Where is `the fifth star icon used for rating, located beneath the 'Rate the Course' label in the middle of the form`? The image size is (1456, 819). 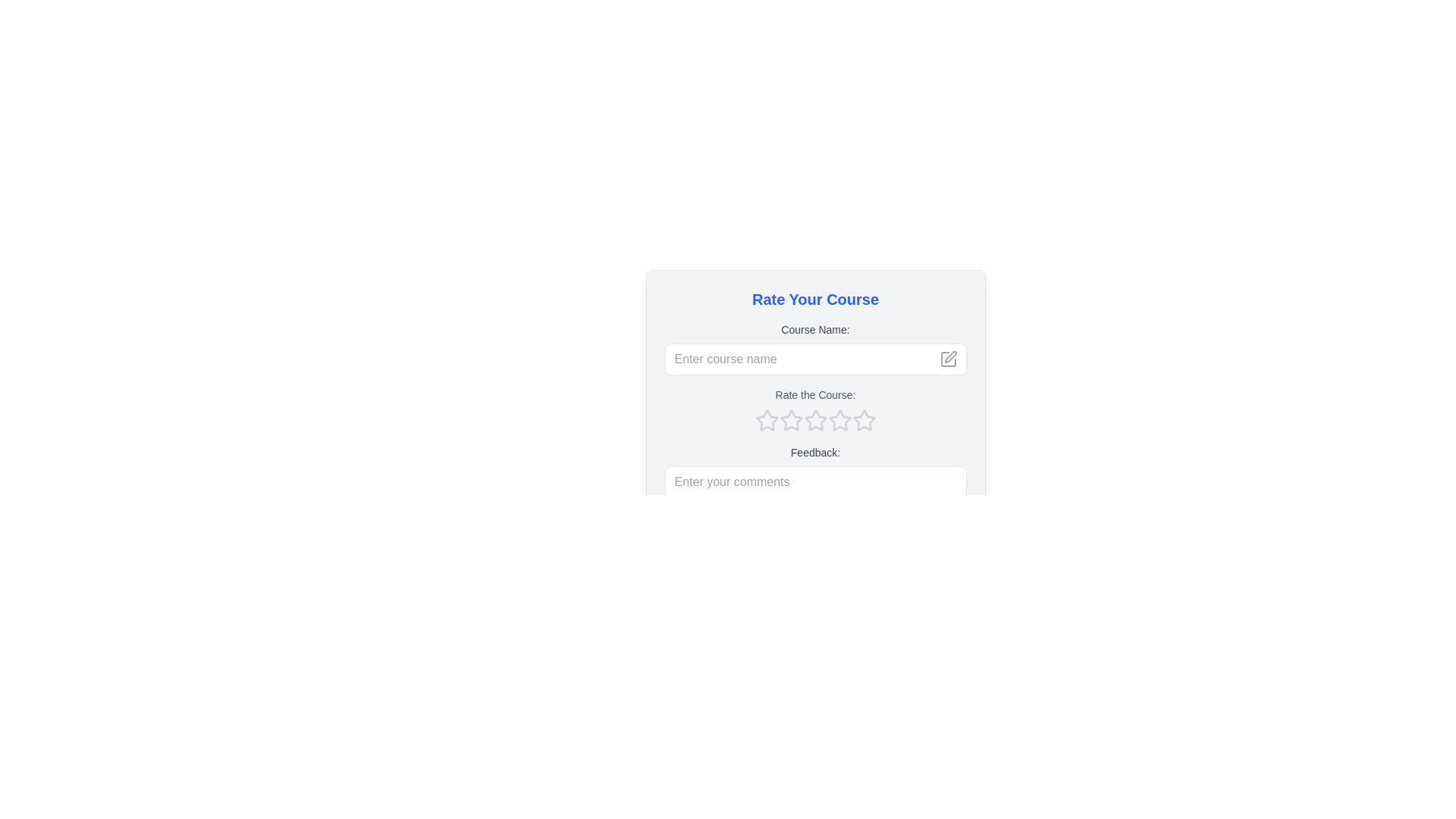
the fifth star icon used for rating, located beneath the 'Rate the Course' label in the middle of the form is located at coordinates (864, 421).